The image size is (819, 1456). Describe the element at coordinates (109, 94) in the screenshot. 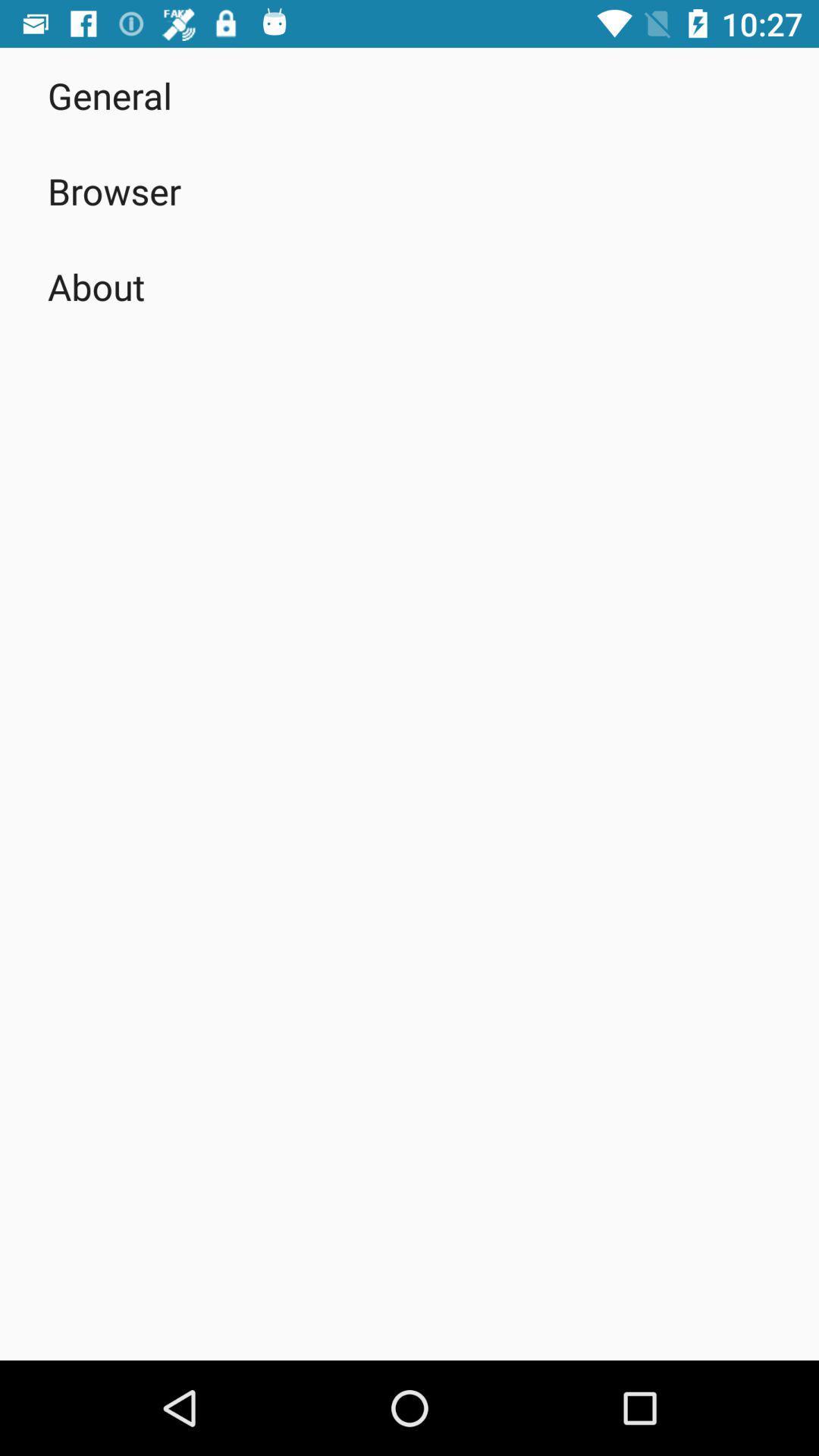

I see `general app` at that location.